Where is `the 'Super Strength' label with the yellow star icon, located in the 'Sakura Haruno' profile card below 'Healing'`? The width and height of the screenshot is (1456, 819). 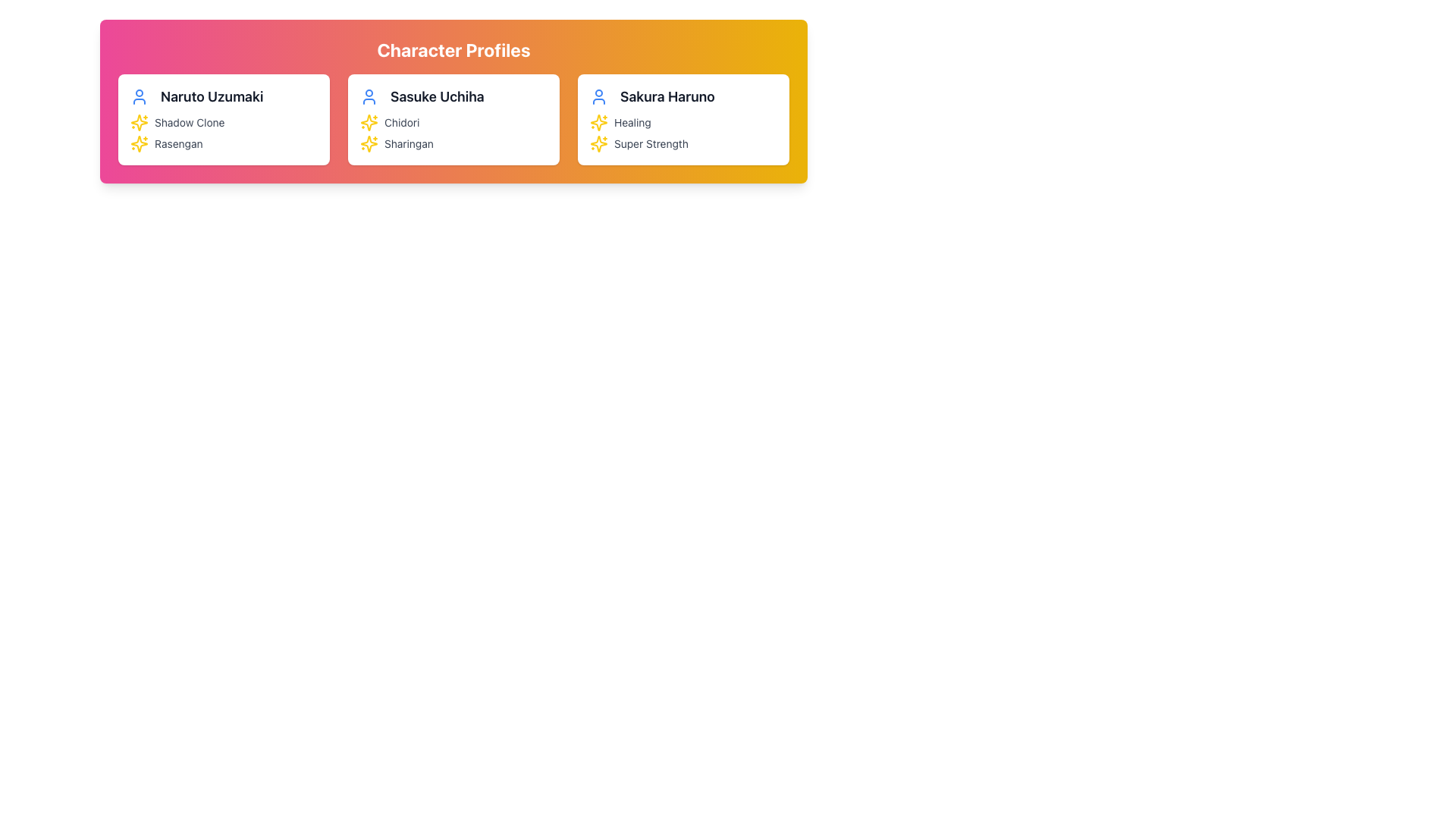
the 'Super Strength' label with the yellow star icon, located in the 'Sakura Haruno' profile card below 'Healing' is located at coordinates (682, 143).